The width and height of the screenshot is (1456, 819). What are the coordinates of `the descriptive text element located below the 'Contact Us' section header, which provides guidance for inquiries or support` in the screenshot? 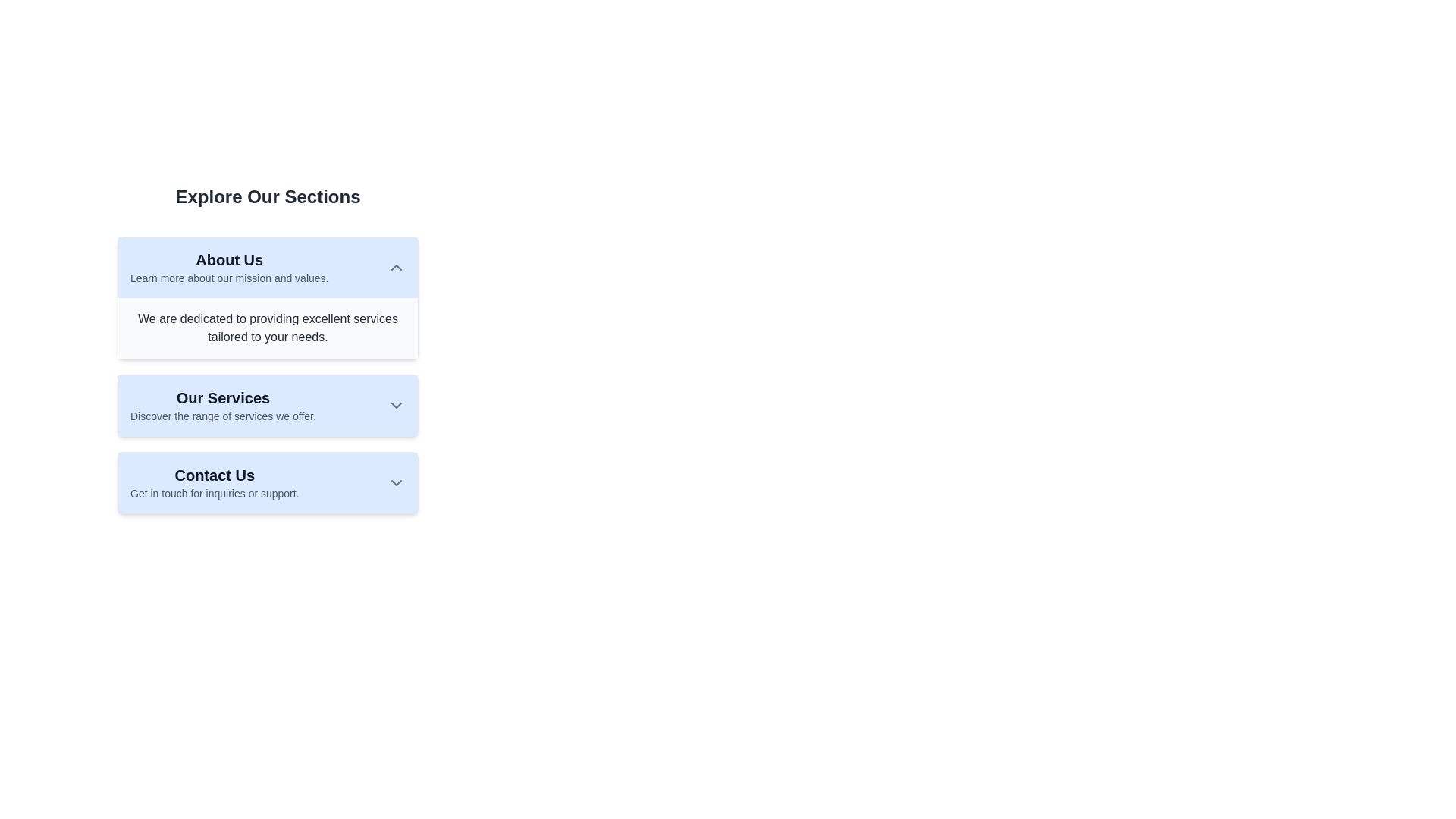 It's located at (214, 494).